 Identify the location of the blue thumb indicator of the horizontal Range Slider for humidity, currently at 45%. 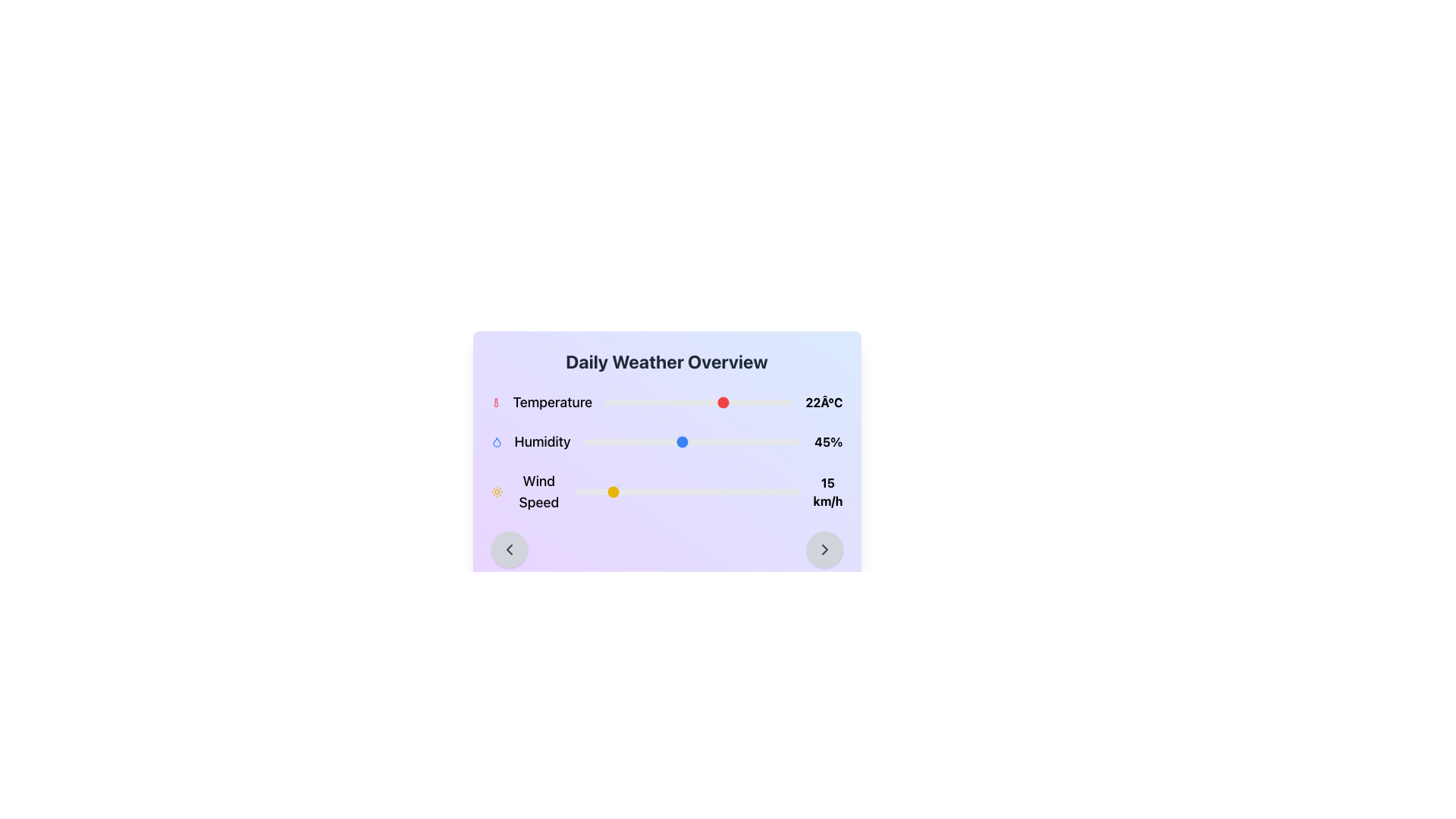
(692, 441).